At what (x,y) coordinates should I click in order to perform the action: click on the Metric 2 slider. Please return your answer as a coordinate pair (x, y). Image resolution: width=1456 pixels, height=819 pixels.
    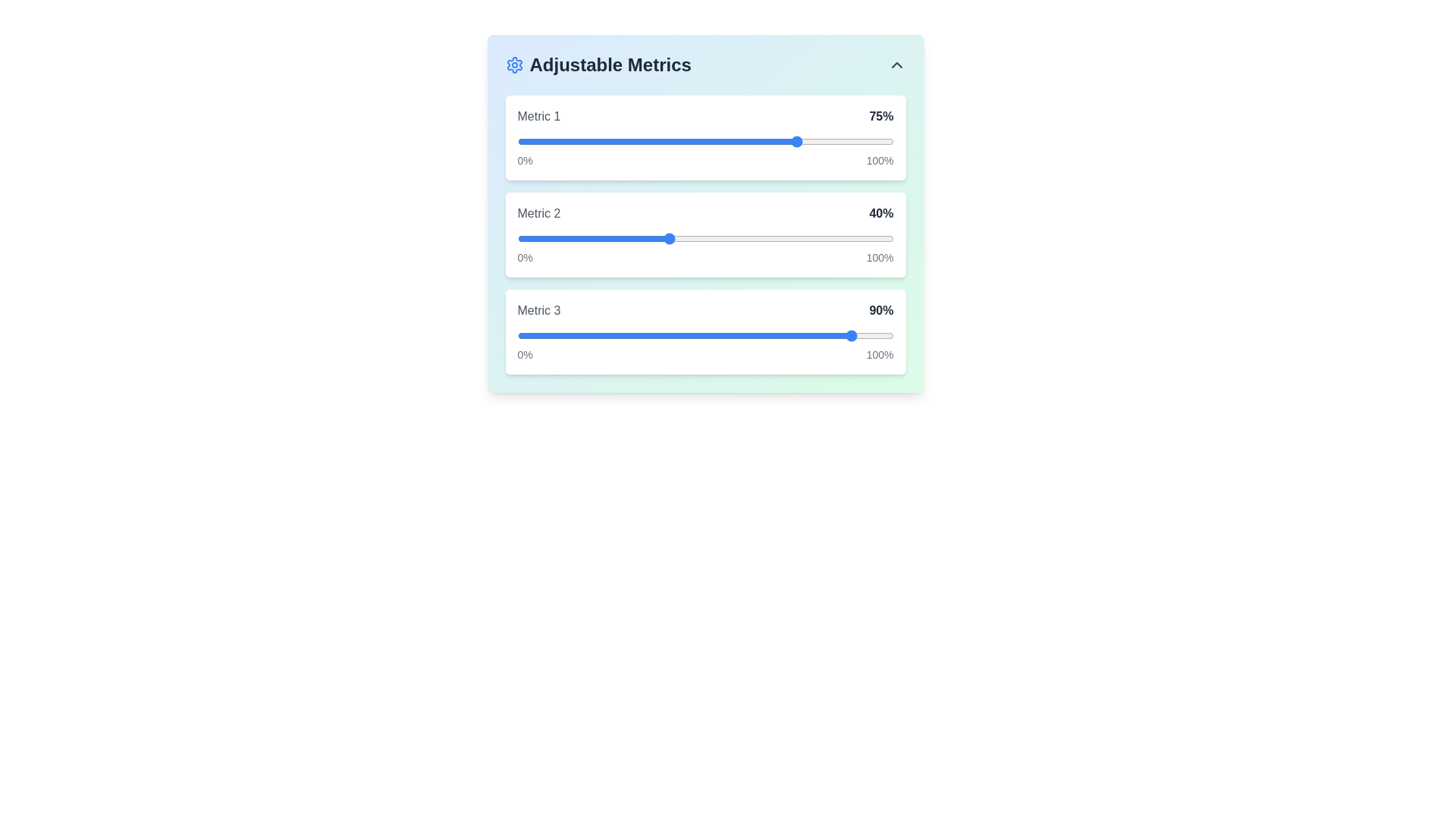
    Looking at the image, I should click on (784, 239).